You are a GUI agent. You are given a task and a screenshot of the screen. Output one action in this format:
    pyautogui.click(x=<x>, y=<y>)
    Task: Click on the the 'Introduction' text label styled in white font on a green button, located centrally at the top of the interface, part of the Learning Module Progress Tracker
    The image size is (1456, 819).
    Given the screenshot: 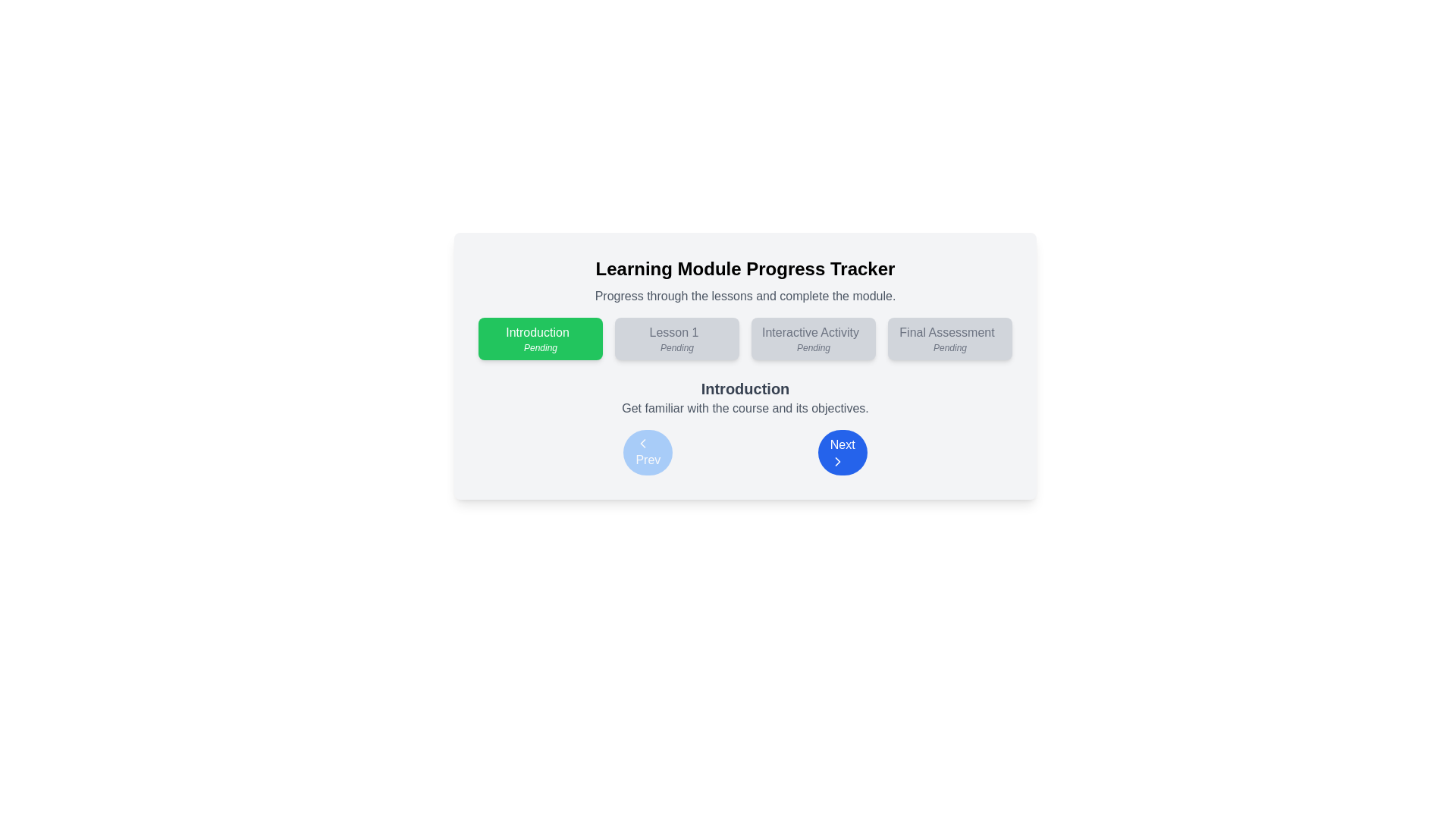 What is the action you would take?
    pyautogui.click(x=540, y=332)
    